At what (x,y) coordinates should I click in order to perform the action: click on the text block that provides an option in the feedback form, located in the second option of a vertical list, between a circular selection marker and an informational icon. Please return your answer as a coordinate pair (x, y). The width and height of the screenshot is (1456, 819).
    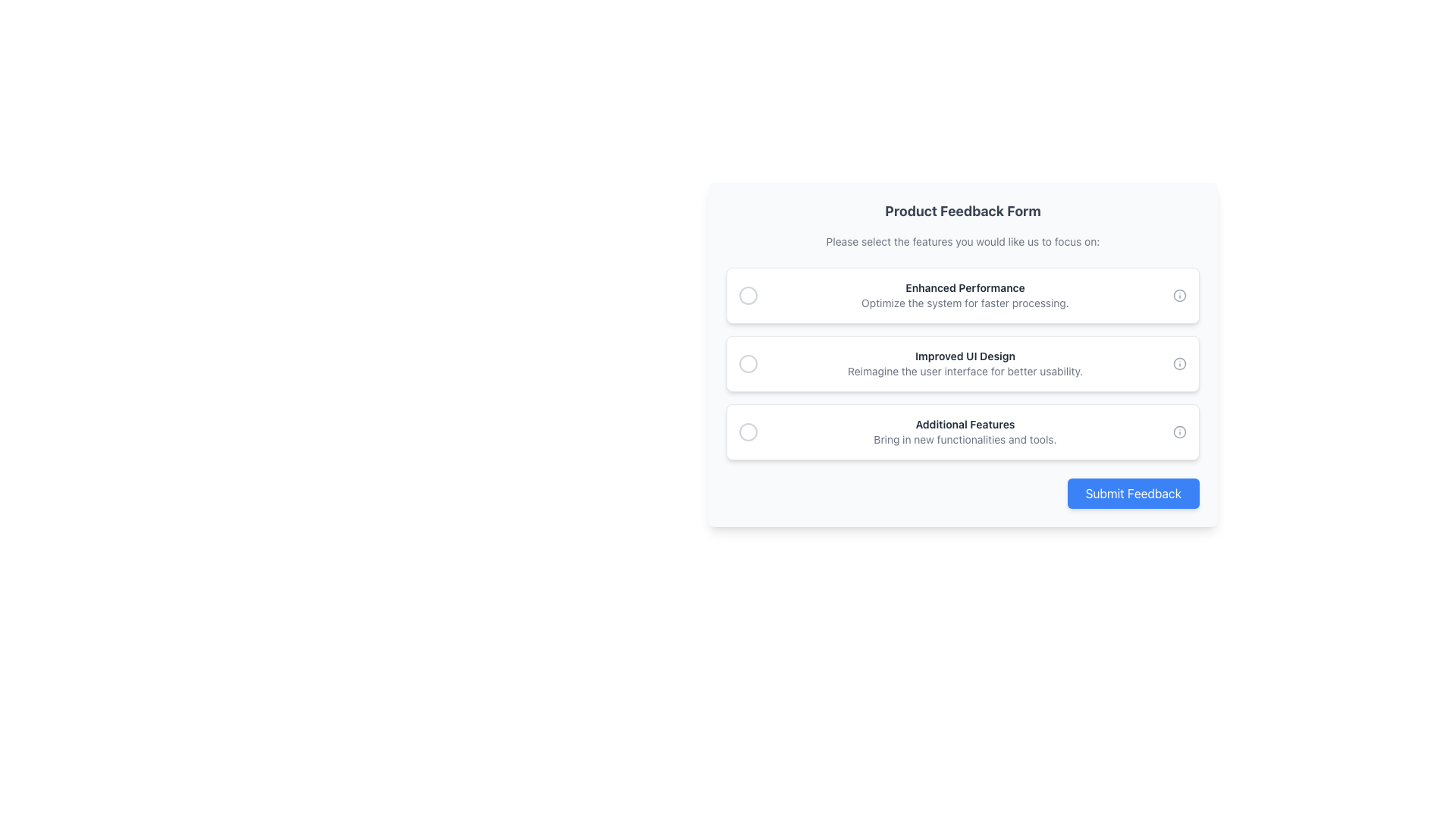
    Looking at the image, I should click on (964, 295).